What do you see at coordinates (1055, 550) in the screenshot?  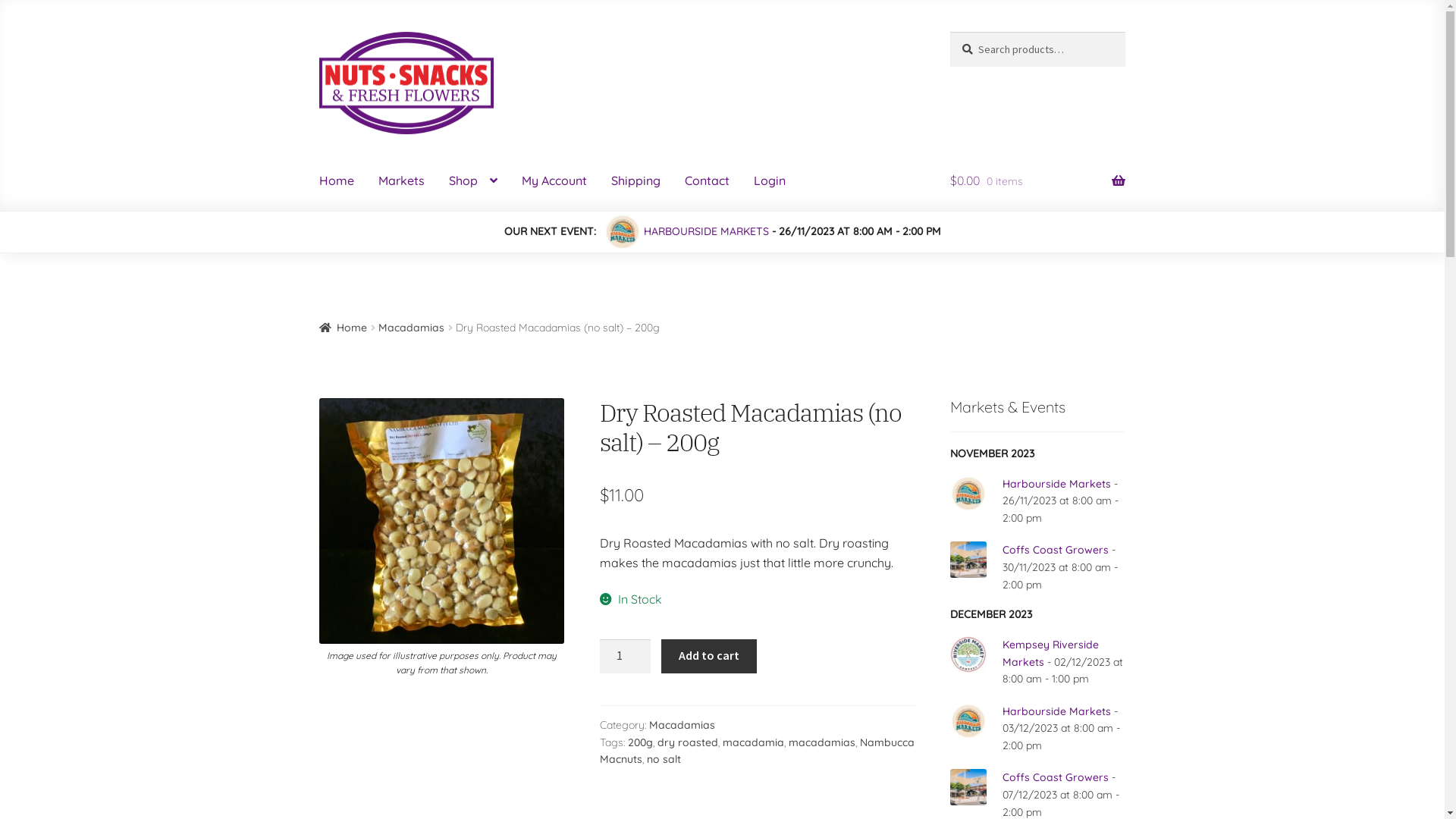 I see `'Coffs Coast Growers'` at bounding box center [1055, 550].